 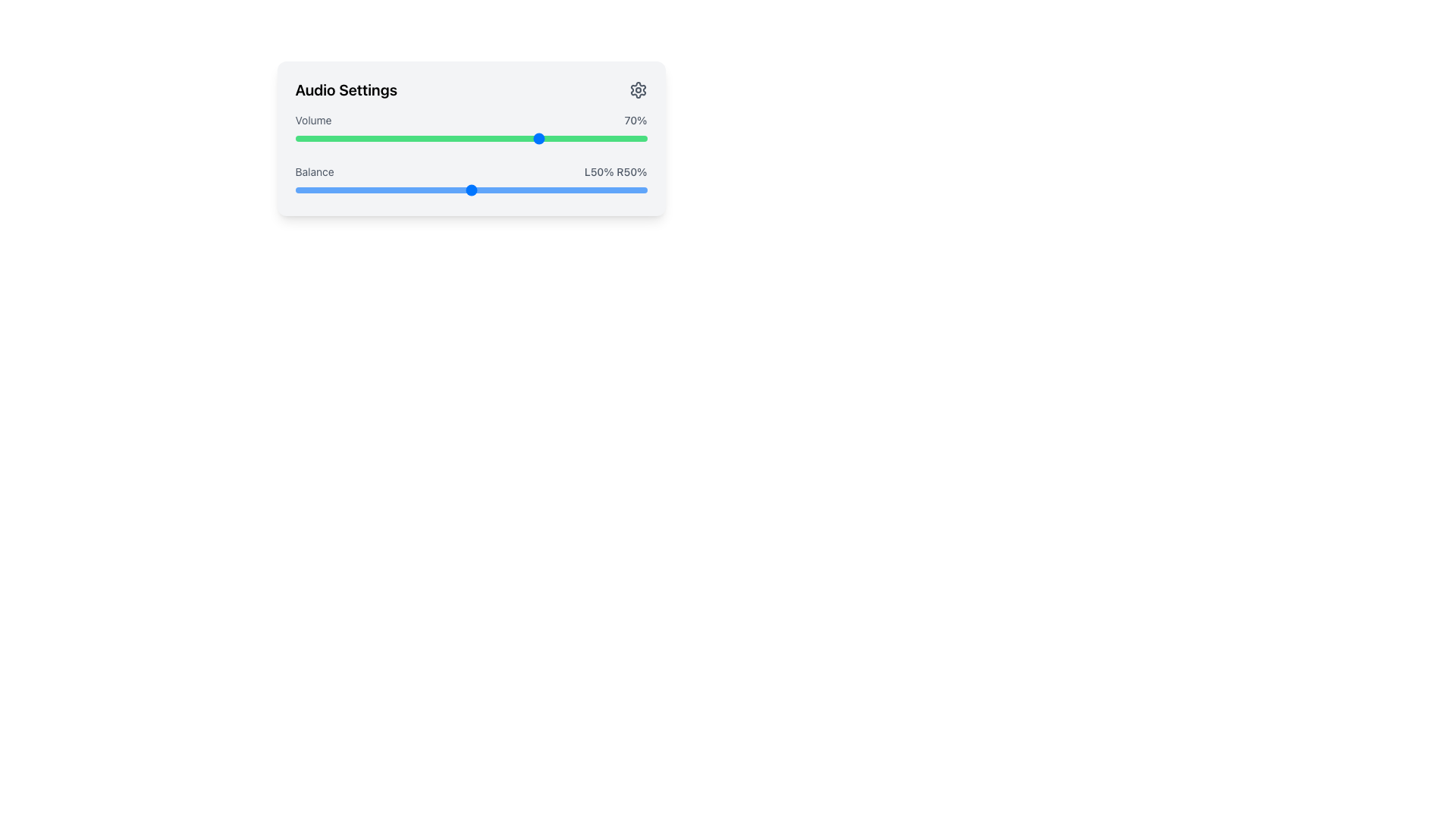 What do you see at coordinates (535, 138) in the screenshot?
I see `the volume level` at bounding box center [535, 138].